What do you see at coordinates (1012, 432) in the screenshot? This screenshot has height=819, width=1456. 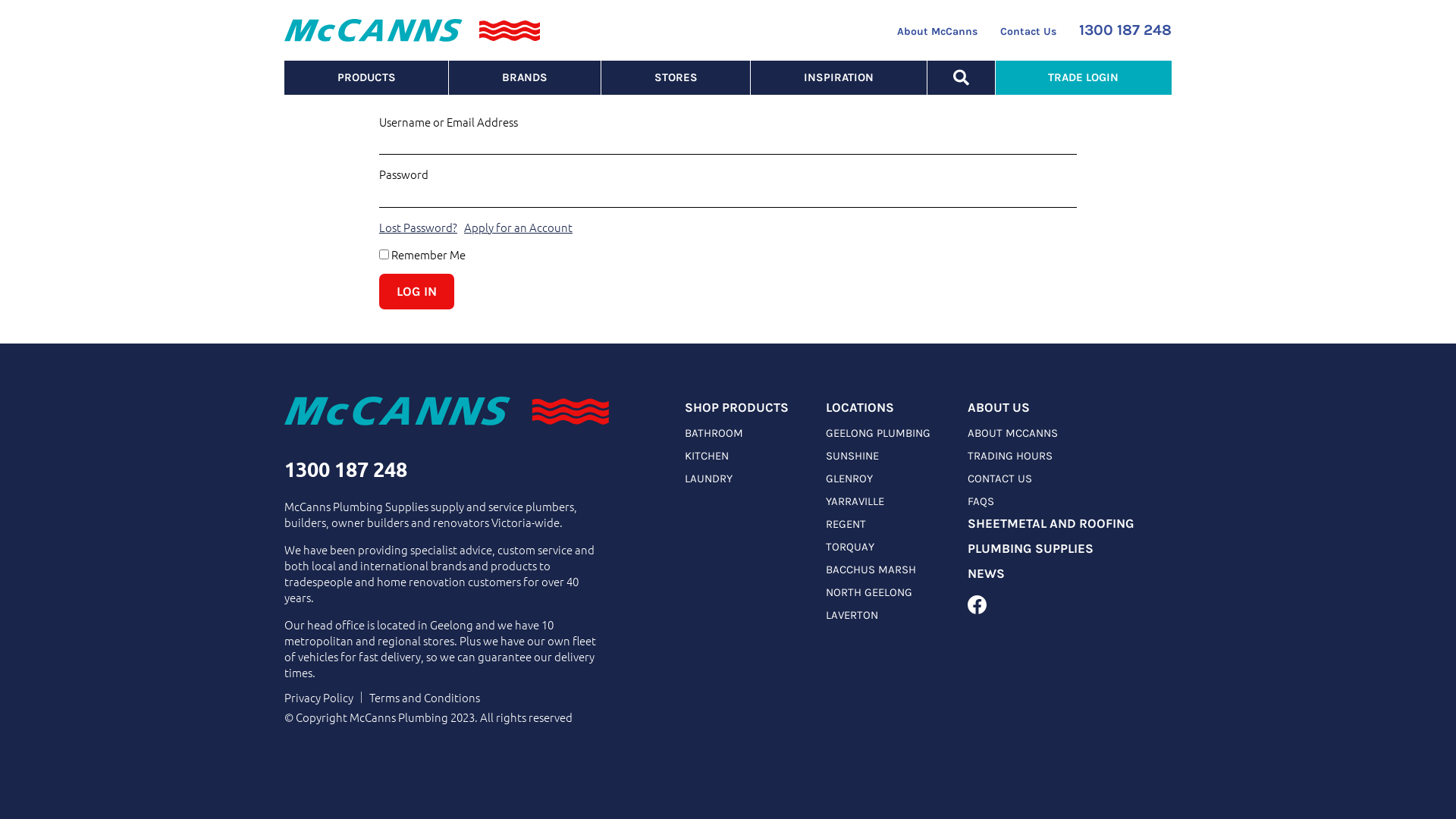 I see `'ABOUT MCCANNS'` at bounding box center [1012, 432].